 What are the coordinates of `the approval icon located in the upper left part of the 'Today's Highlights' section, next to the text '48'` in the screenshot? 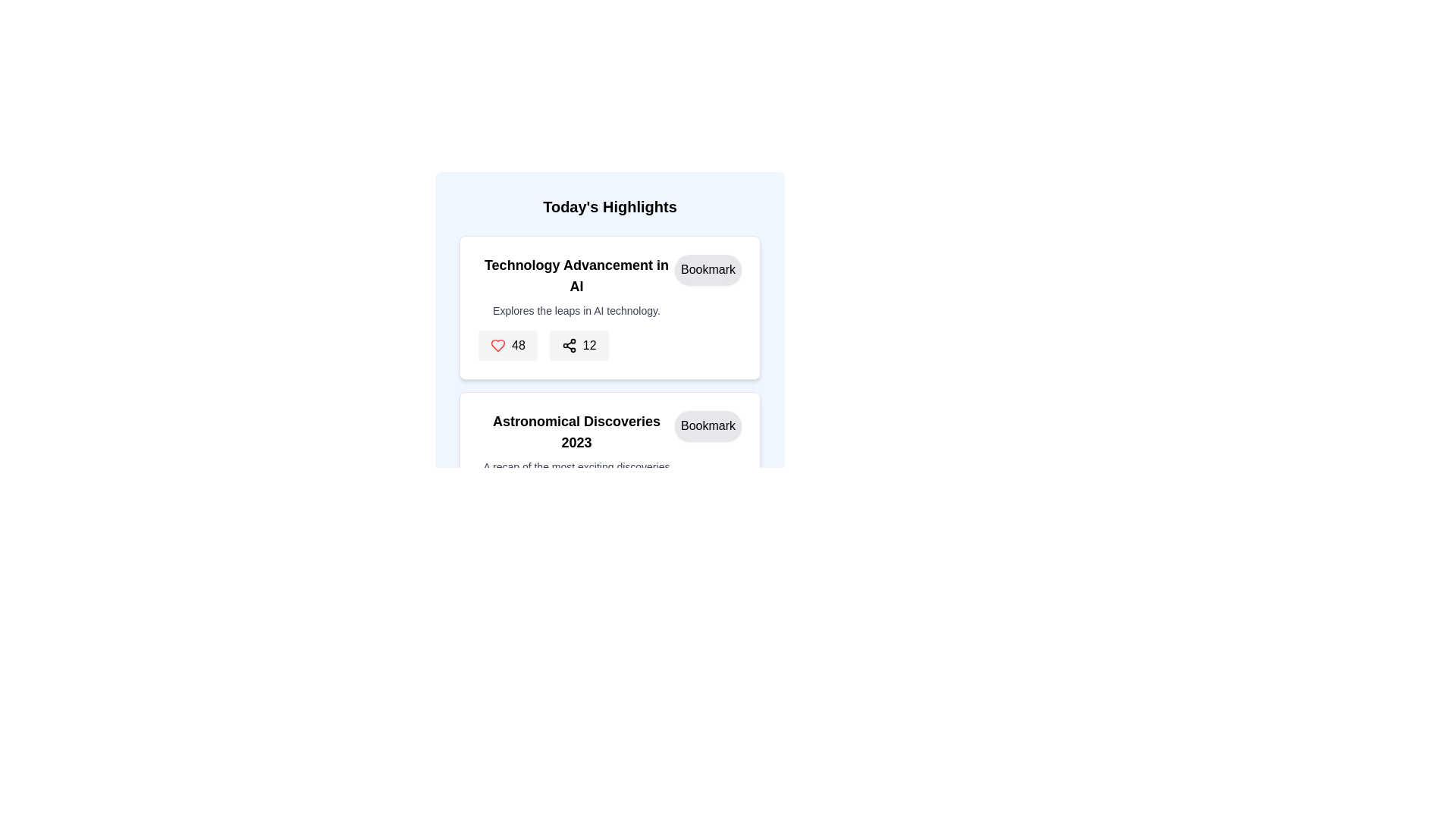 It's located at (498, 345).